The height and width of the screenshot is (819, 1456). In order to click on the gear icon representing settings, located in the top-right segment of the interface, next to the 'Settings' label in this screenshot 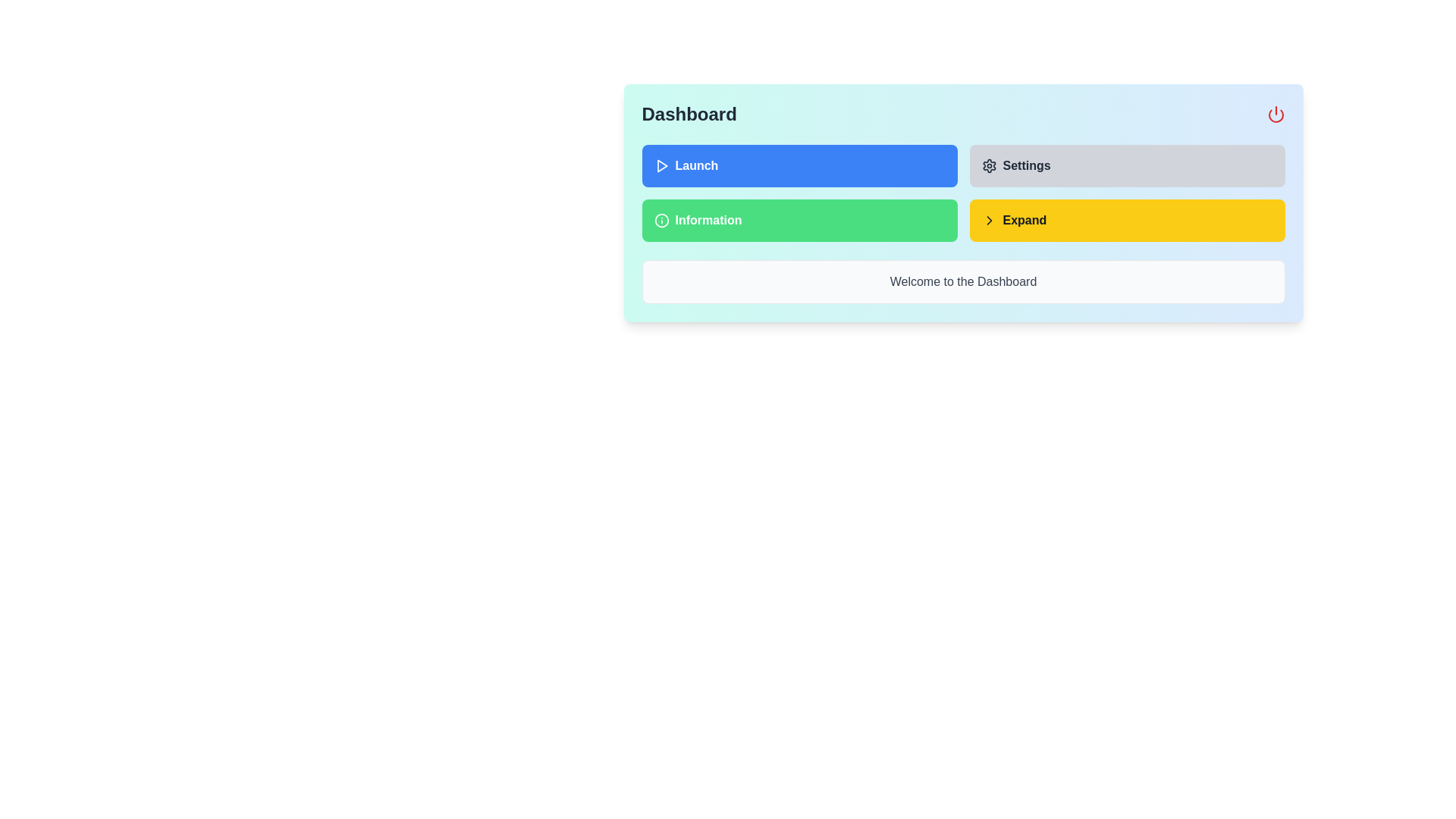, I will do `click(989, 166)`.